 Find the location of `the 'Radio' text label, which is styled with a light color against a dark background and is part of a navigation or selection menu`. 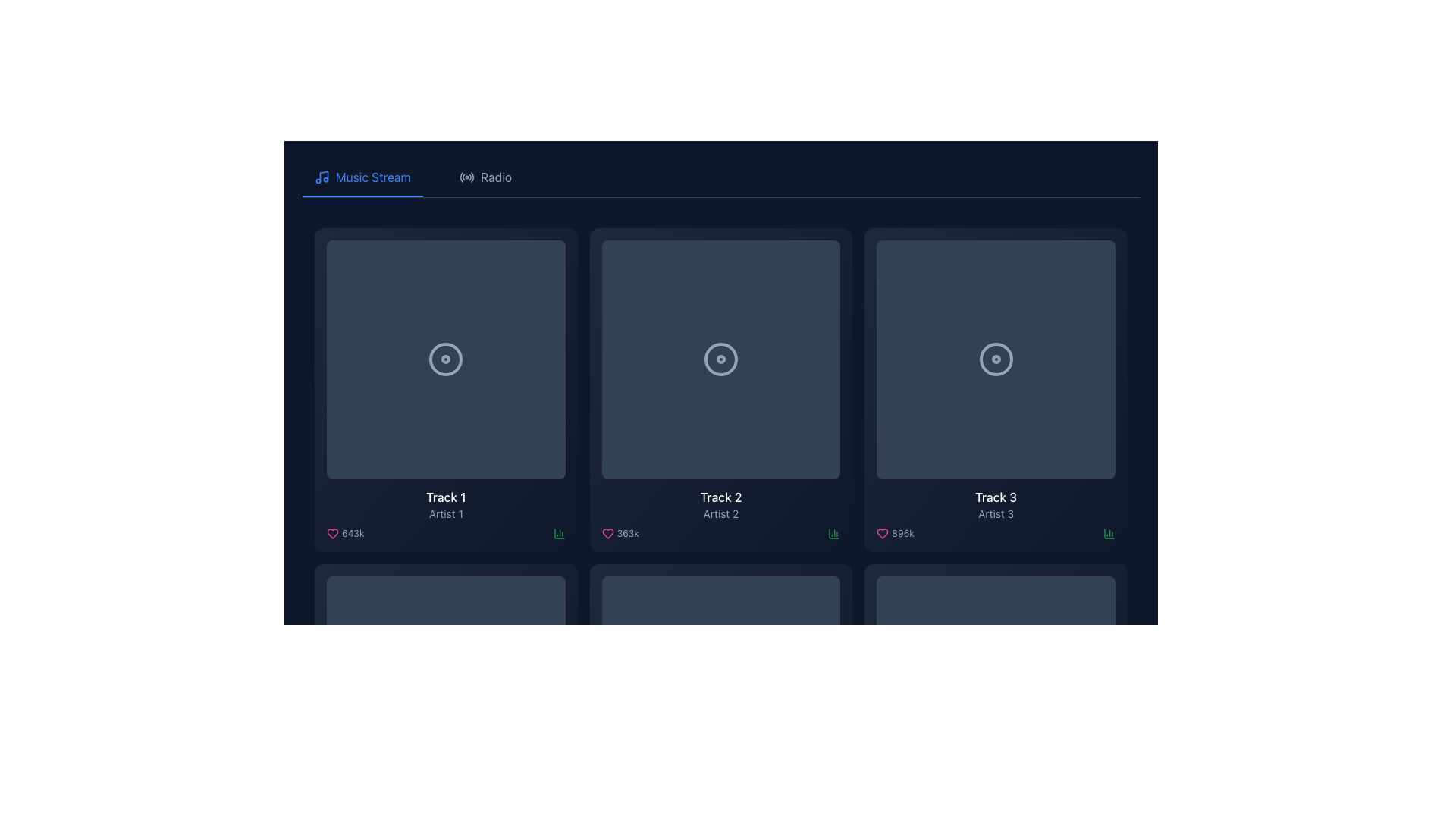

the 'Radio' text label, which is styled with a light color against a dark background and is part of a navigation or selection menu is located at coordinates (496, 177).